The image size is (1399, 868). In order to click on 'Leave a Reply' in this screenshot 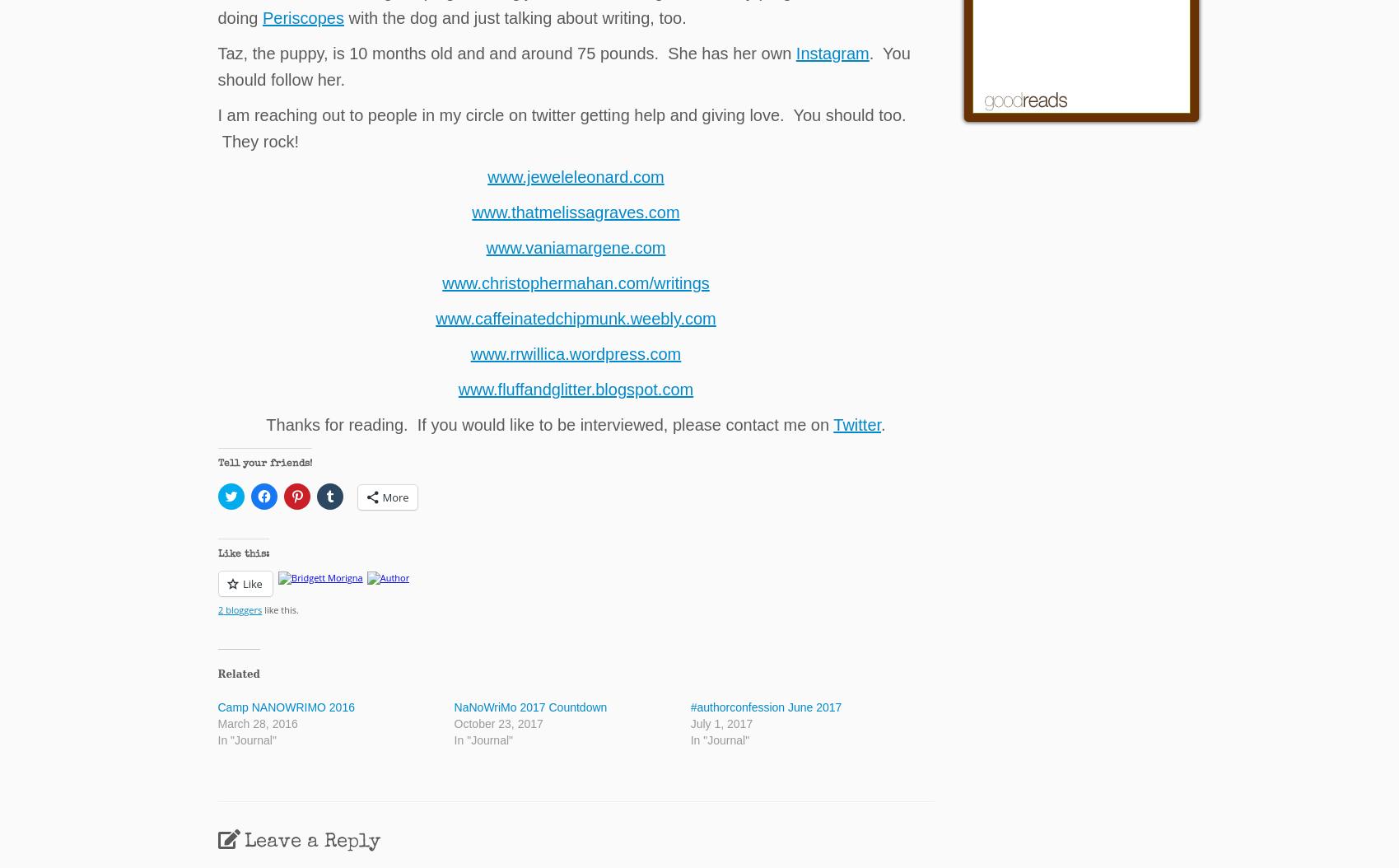, I will do `click(311, 842)`.